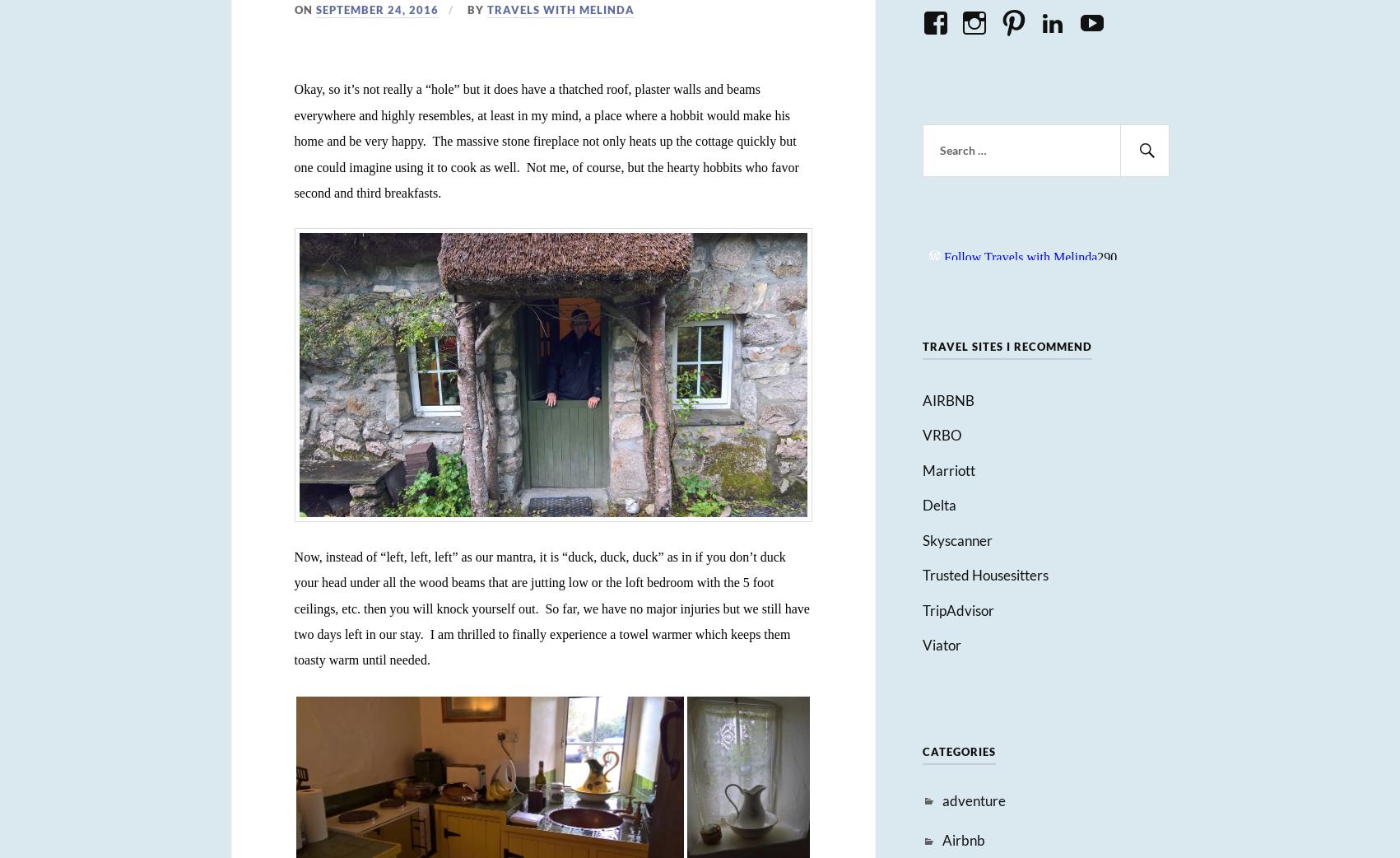  What do you see at coordinates (947, 469) in the screenshot?
I see `'Marriott'` at bounding box center [947, 469].